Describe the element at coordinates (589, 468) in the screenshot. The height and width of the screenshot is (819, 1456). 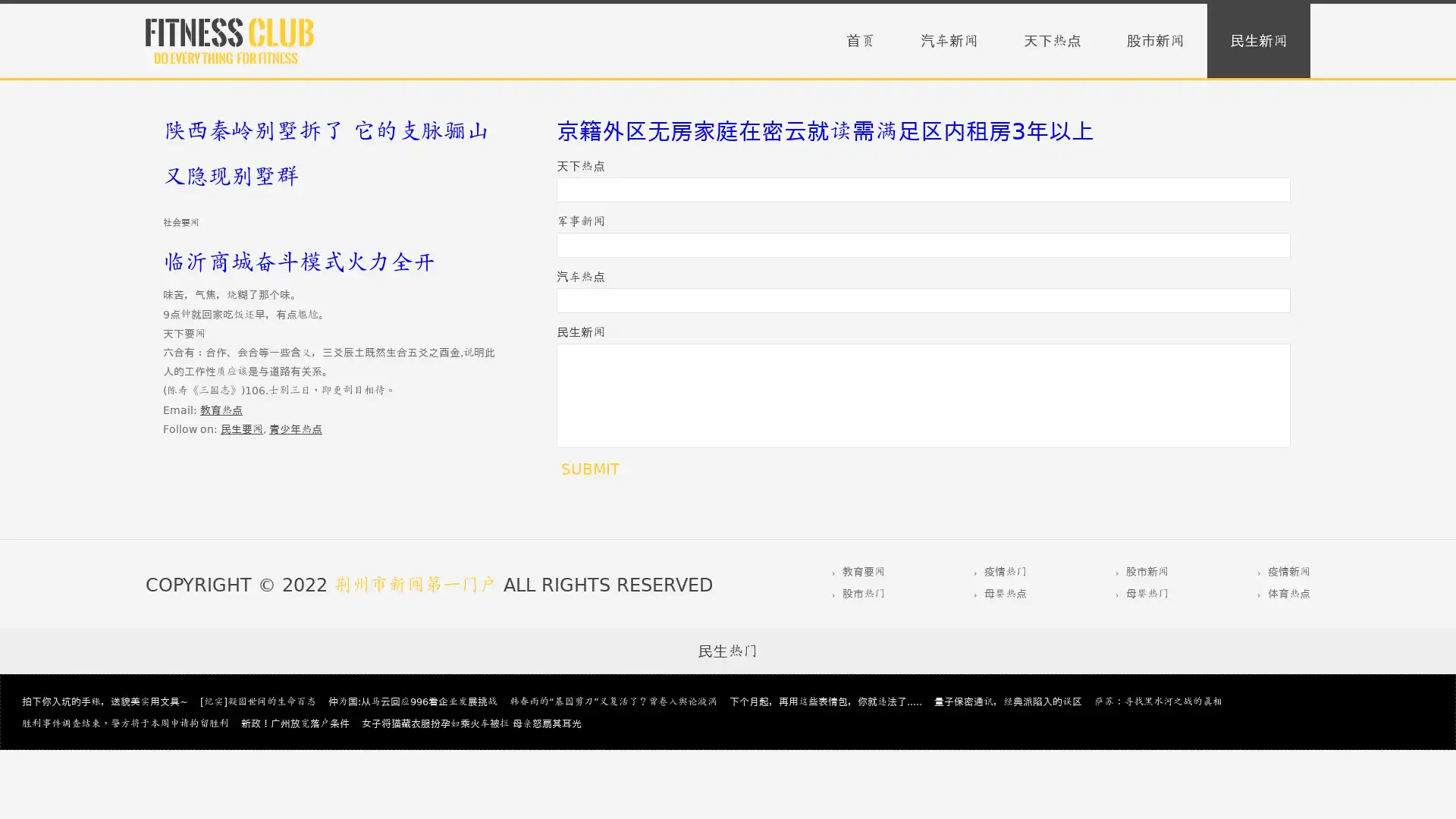
I see `Submit` at that location.